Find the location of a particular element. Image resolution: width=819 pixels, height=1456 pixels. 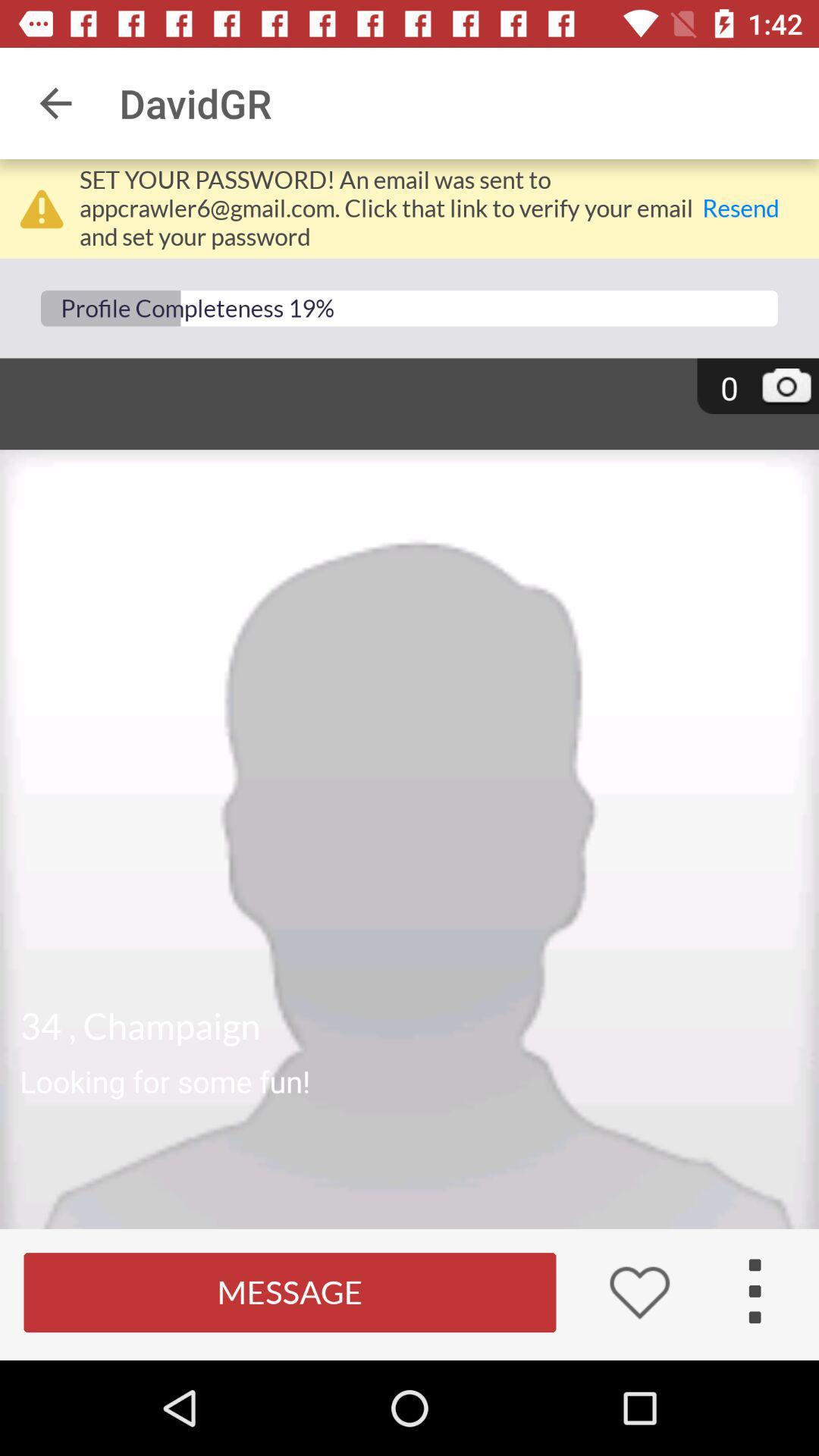

the warning icon is located at coordinates (41, 208).